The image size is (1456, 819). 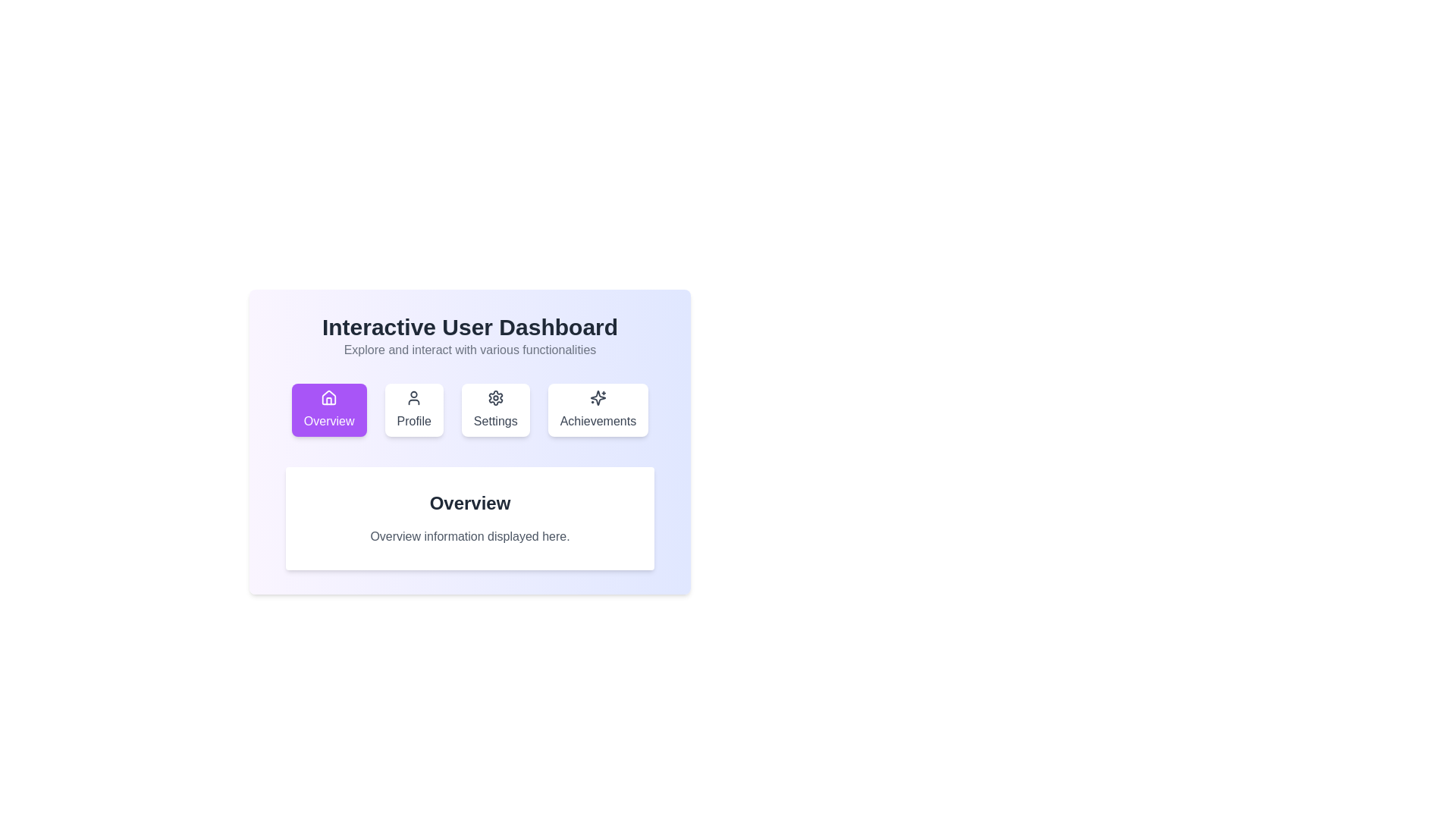 What do you see at coordinates (495, 409) in the screenshot?
I see `the 'Settings' button, which is the third button in a row beneath the 'Interactive User Dashboard'` at bounding box center [495, 409].